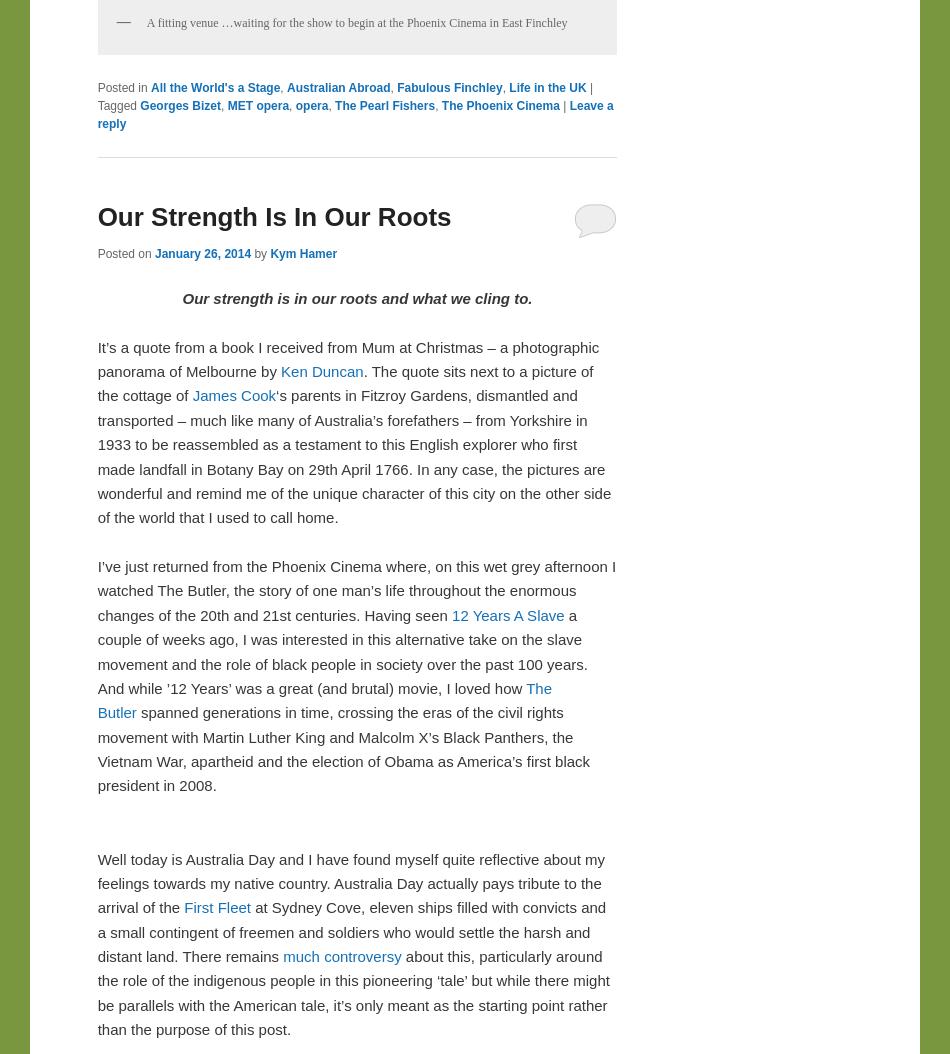 This screenshot has width=950, height=1054. I want to click on 'It’s a quote from a book I received from Mum at Christmas – a photographic panorama of Melbourne by', so click(346, 358).